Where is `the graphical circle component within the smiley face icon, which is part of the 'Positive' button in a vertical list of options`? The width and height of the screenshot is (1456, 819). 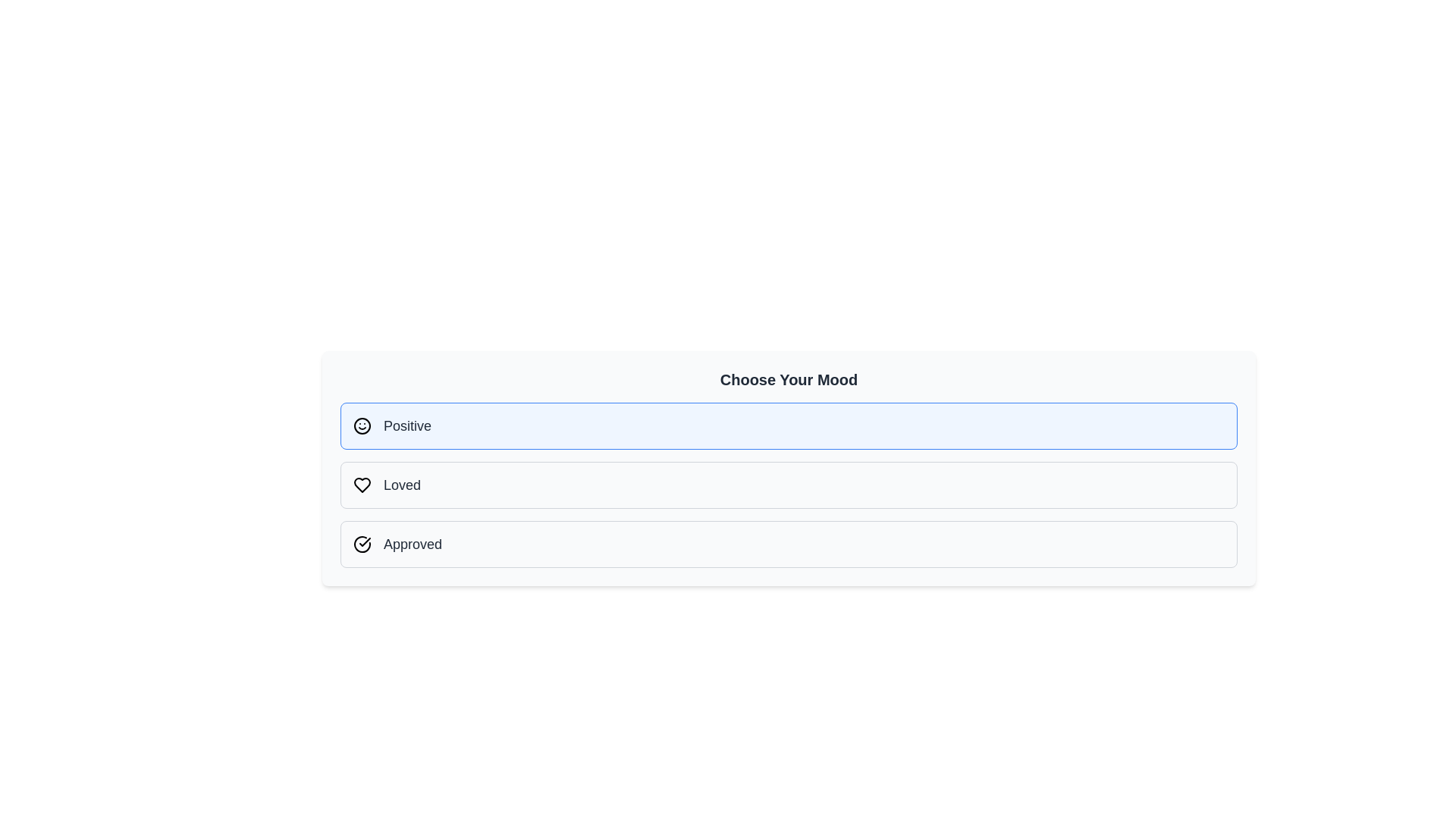
the graphical circle component within the smiley face icon, which is part of the 'Positive' button in a vertical list of options is located at coordinates (362, 426).